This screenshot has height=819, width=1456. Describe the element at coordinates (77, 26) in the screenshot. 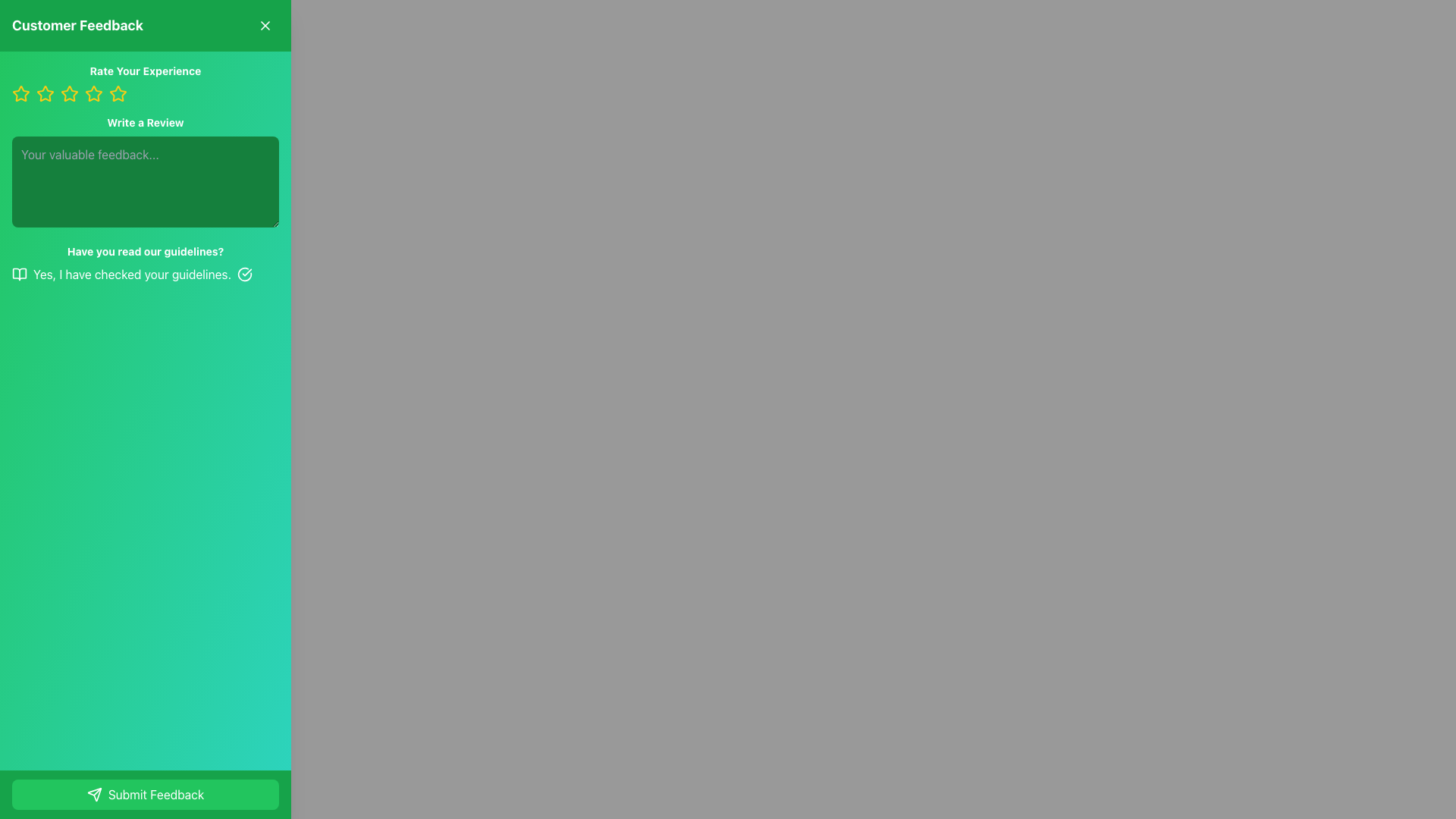

I see `Textual Header located on the top-left side of the green horizontal bar, which indicates the purpose of the feedback section` at that location.